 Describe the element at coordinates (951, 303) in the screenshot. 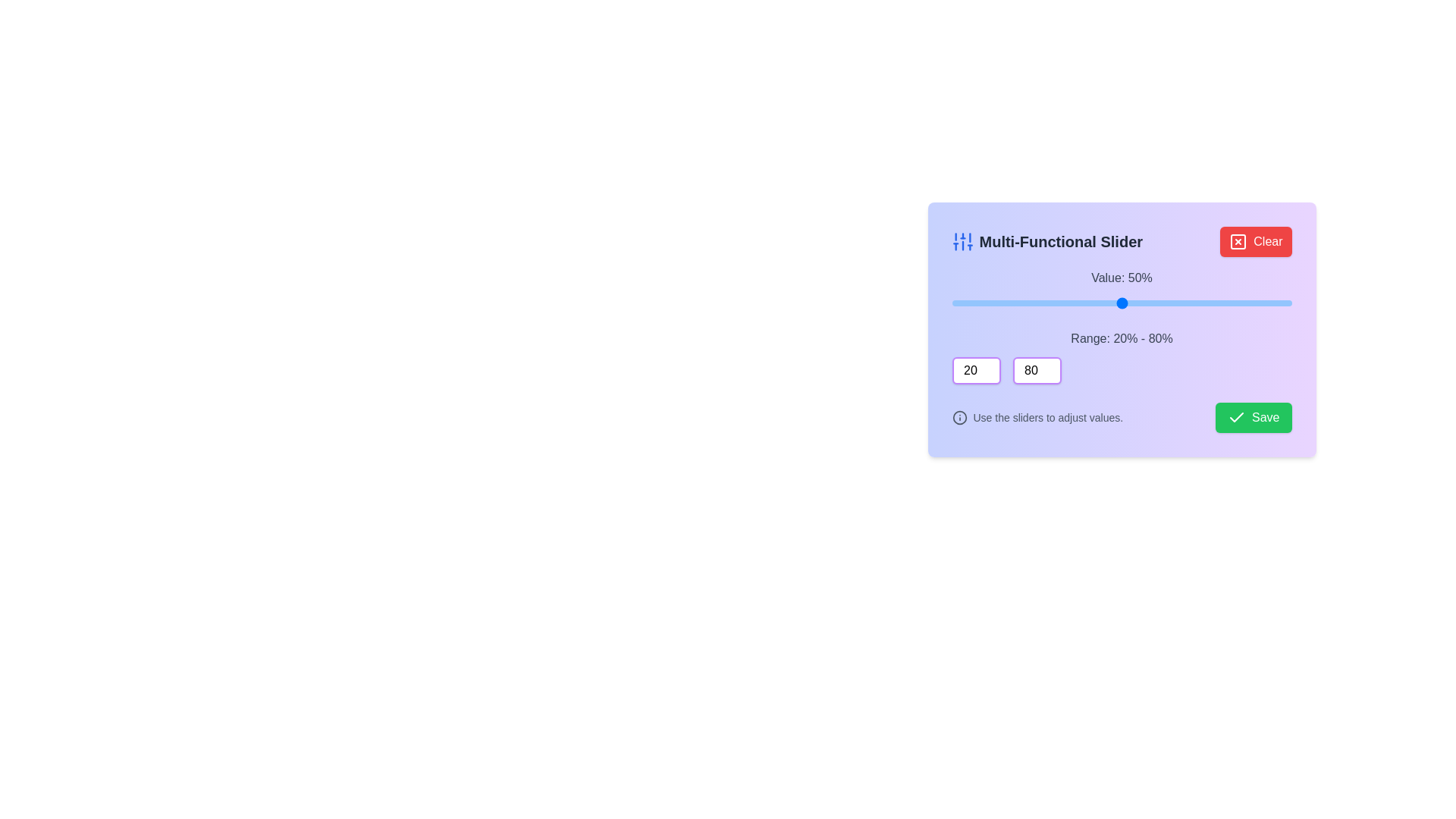

I see `the slider value` at that location.